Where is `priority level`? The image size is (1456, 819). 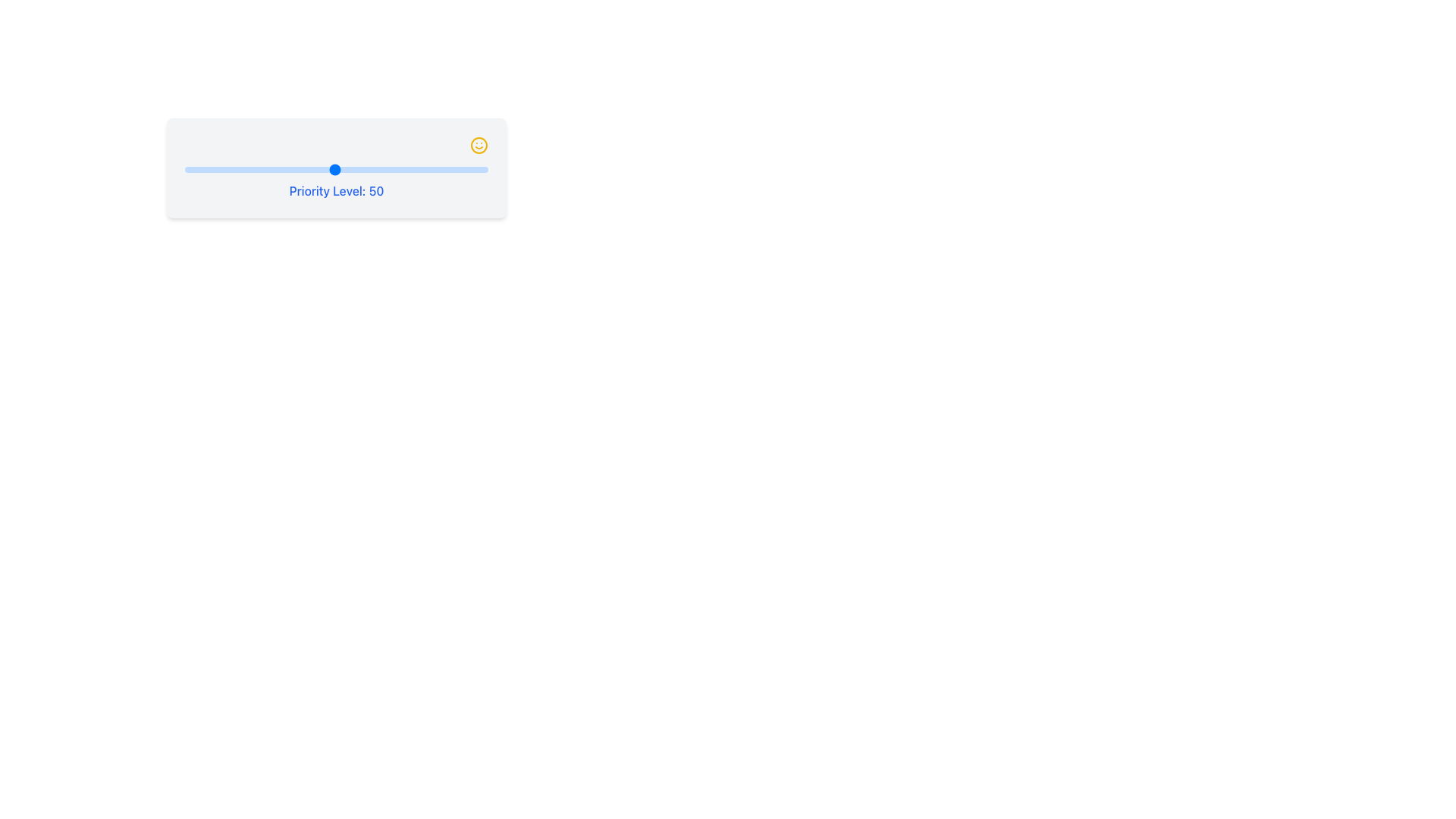 priority level is located at coordinates (469, 169).